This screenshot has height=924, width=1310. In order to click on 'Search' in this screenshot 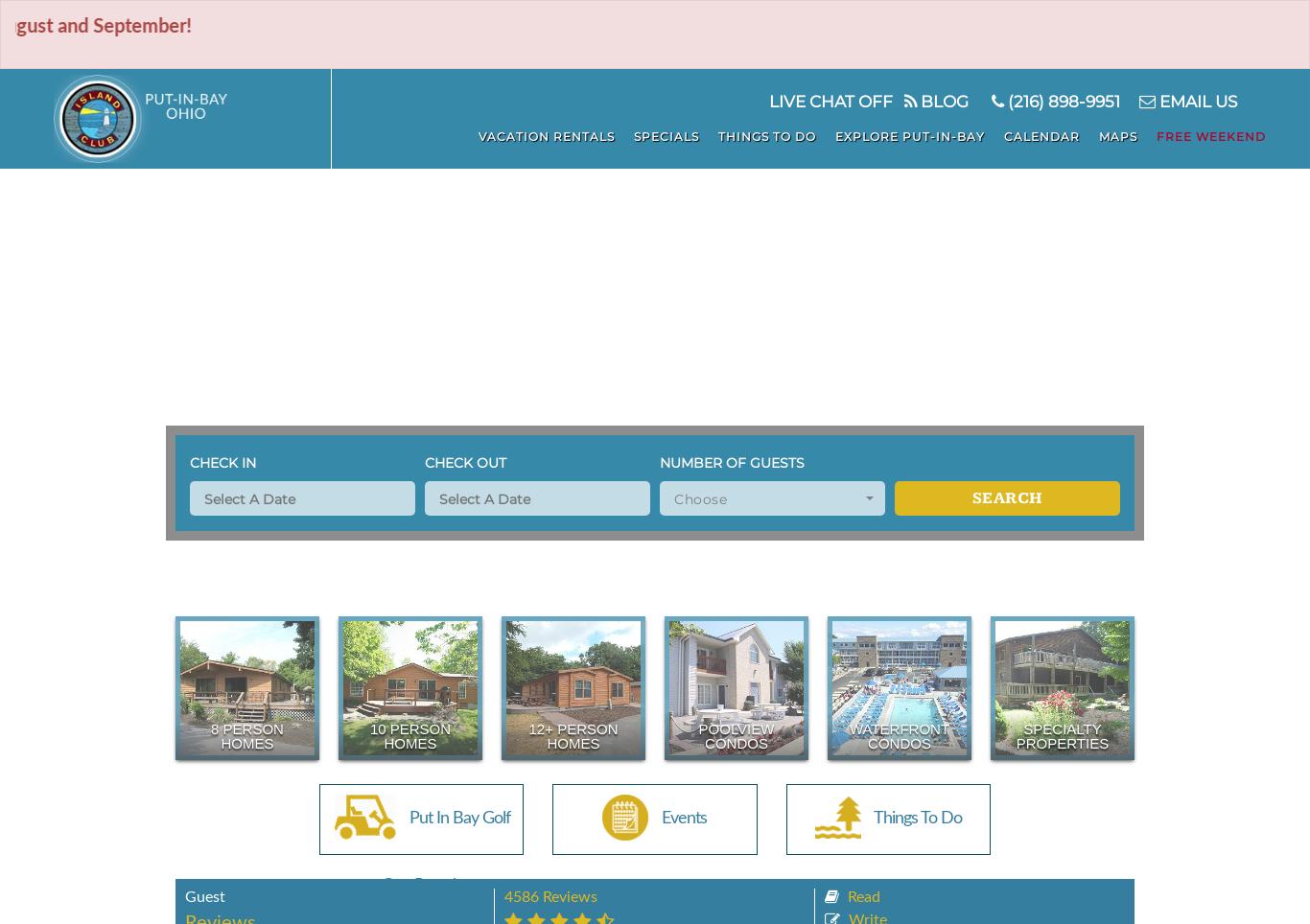, I will do `click(1005, 497)`.